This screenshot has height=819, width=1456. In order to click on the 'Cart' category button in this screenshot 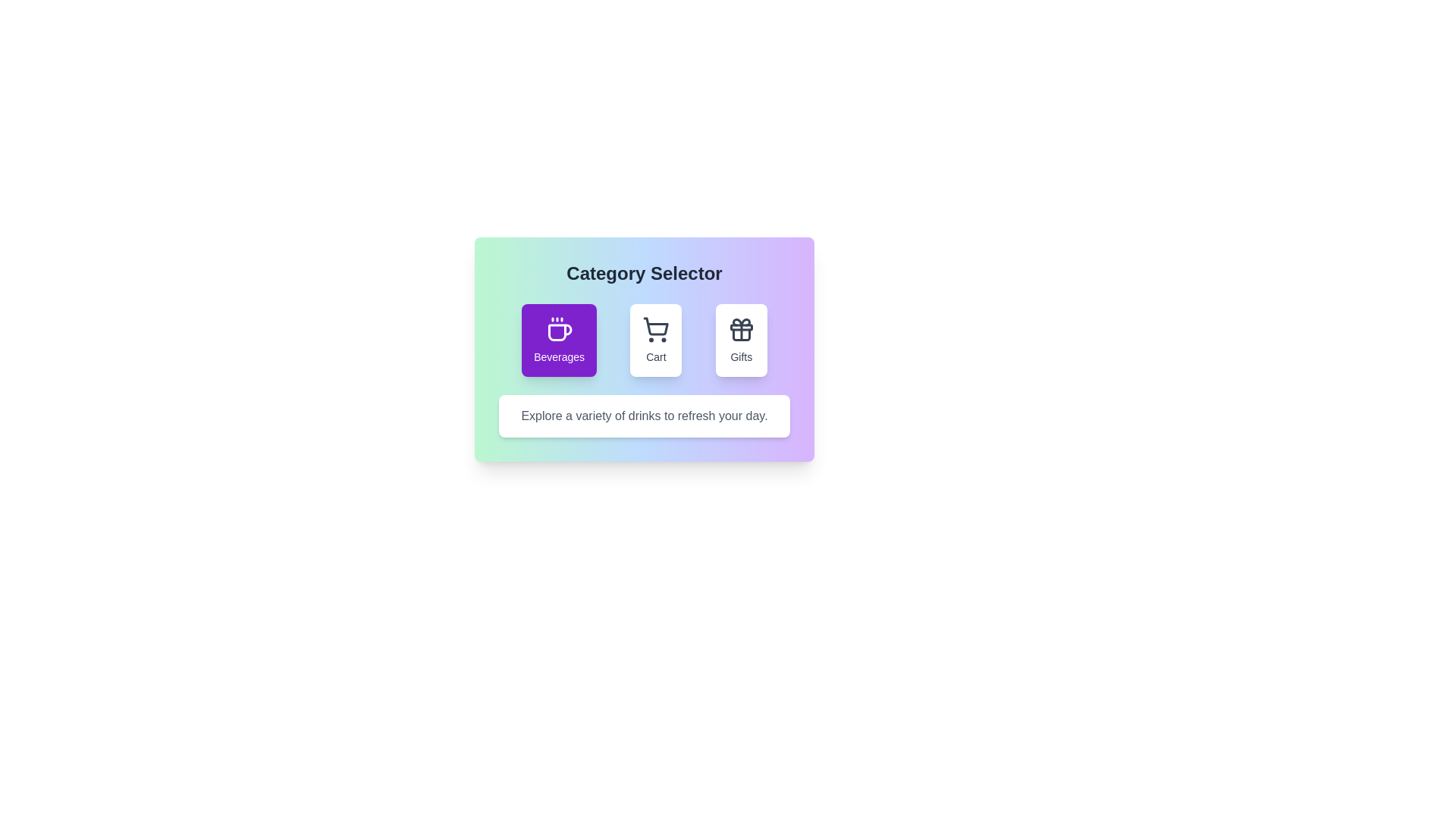, I will do `click(656, 339)`.